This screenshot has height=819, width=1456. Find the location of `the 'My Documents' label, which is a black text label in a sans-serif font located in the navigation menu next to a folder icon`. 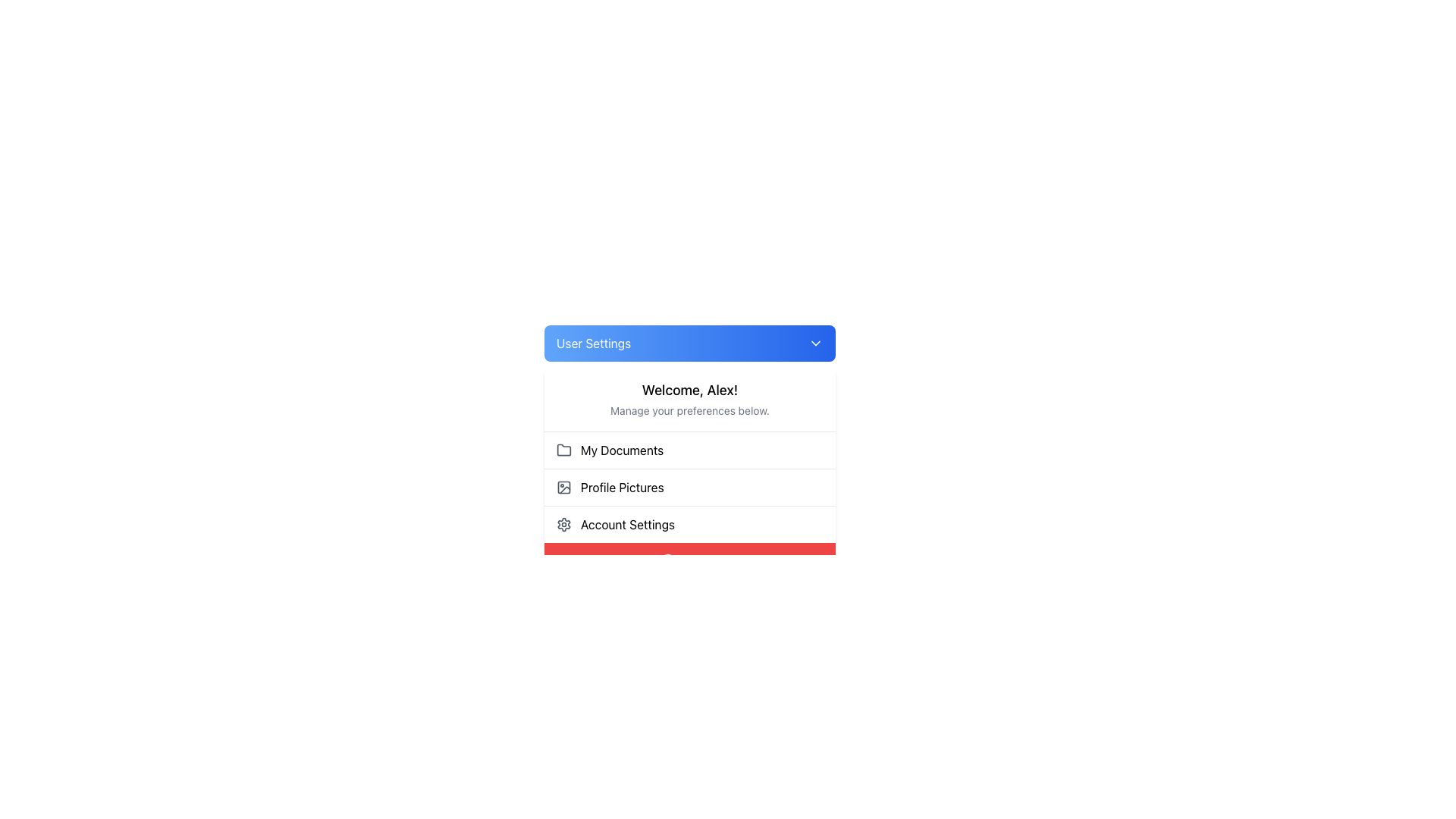

the 'My Documents' label, which is a black text label in a sans-serif font located in the navigation menu next to a folder icon is located at coordinates (622, 450).